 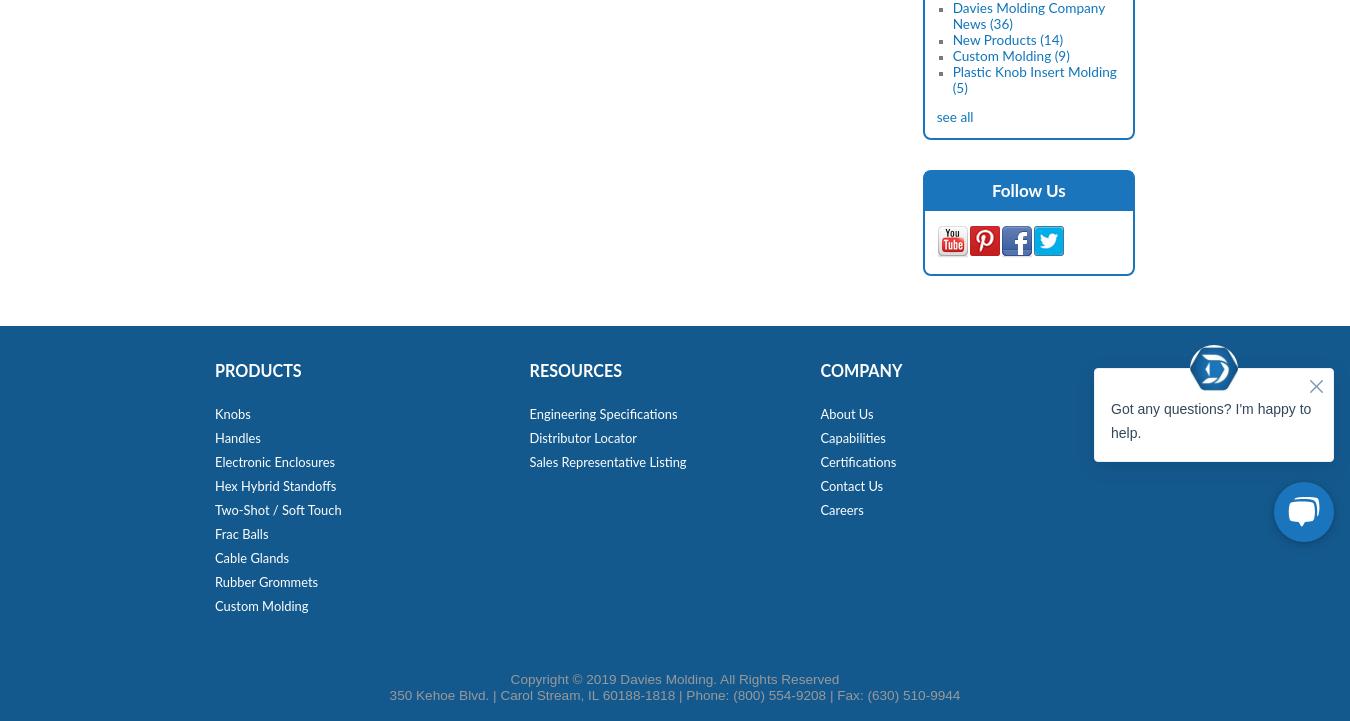 I want to click on 'Engineering Specifications', so click(x=603, y=415).